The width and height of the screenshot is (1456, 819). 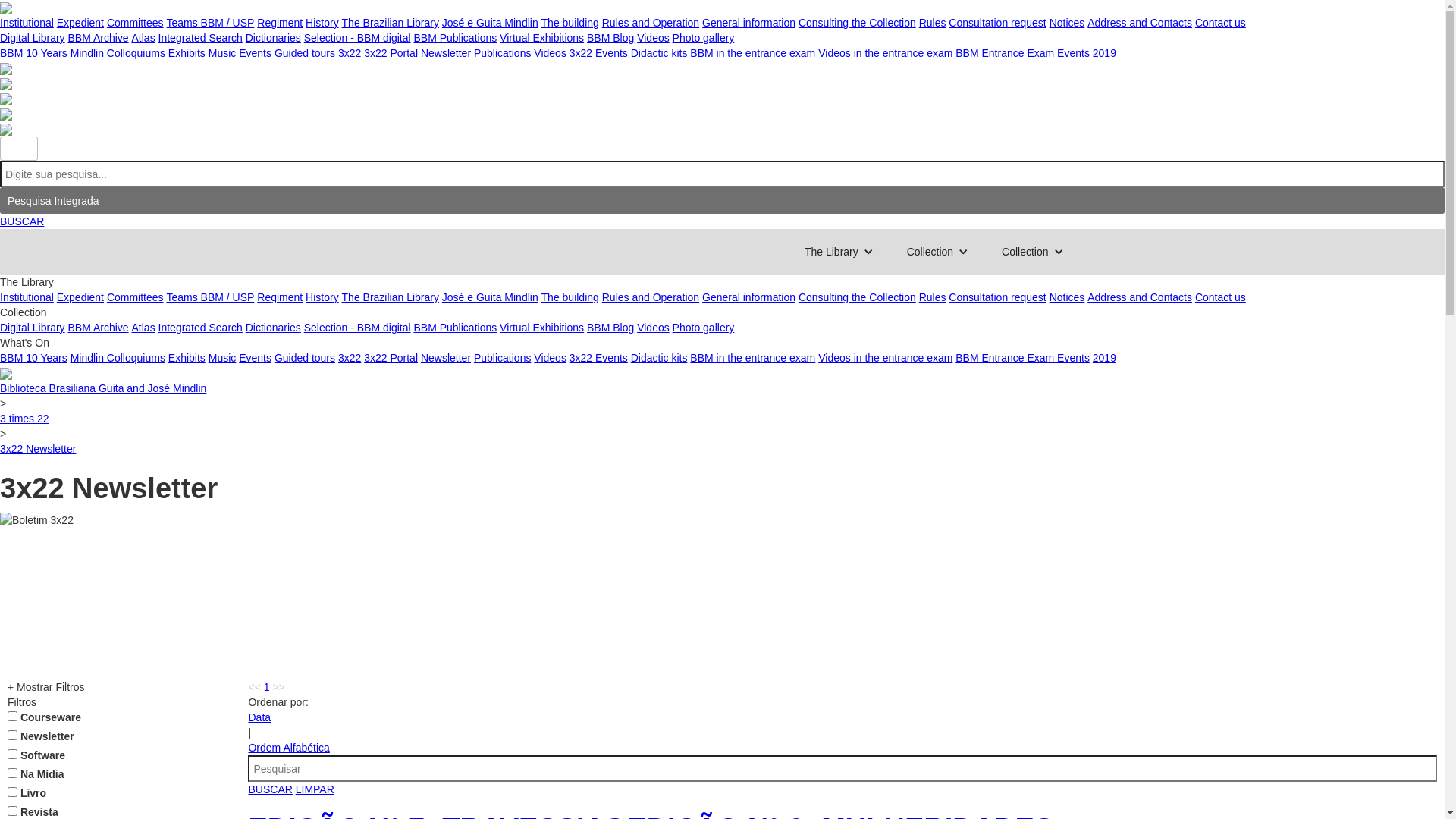 What do you see at coordinates (255, 52) in the screenshot?
I see `'Events'` at bounding box center [255, 52].